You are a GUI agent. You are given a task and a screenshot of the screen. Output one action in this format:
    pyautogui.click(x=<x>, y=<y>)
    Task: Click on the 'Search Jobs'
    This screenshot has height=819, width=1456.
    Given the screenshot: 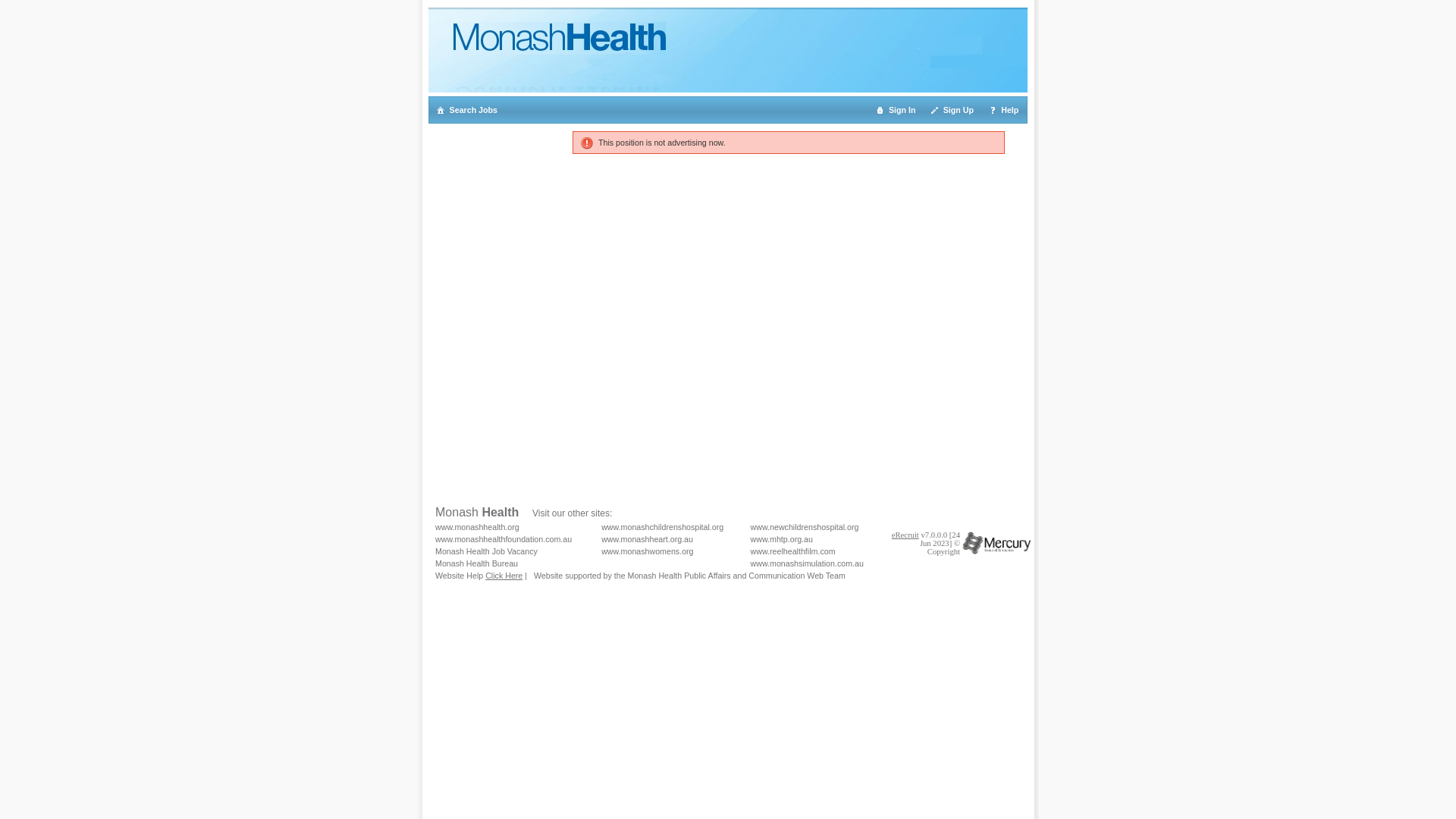 What is the action you would take?
    pyautogui.click(x=428, y=109)
    